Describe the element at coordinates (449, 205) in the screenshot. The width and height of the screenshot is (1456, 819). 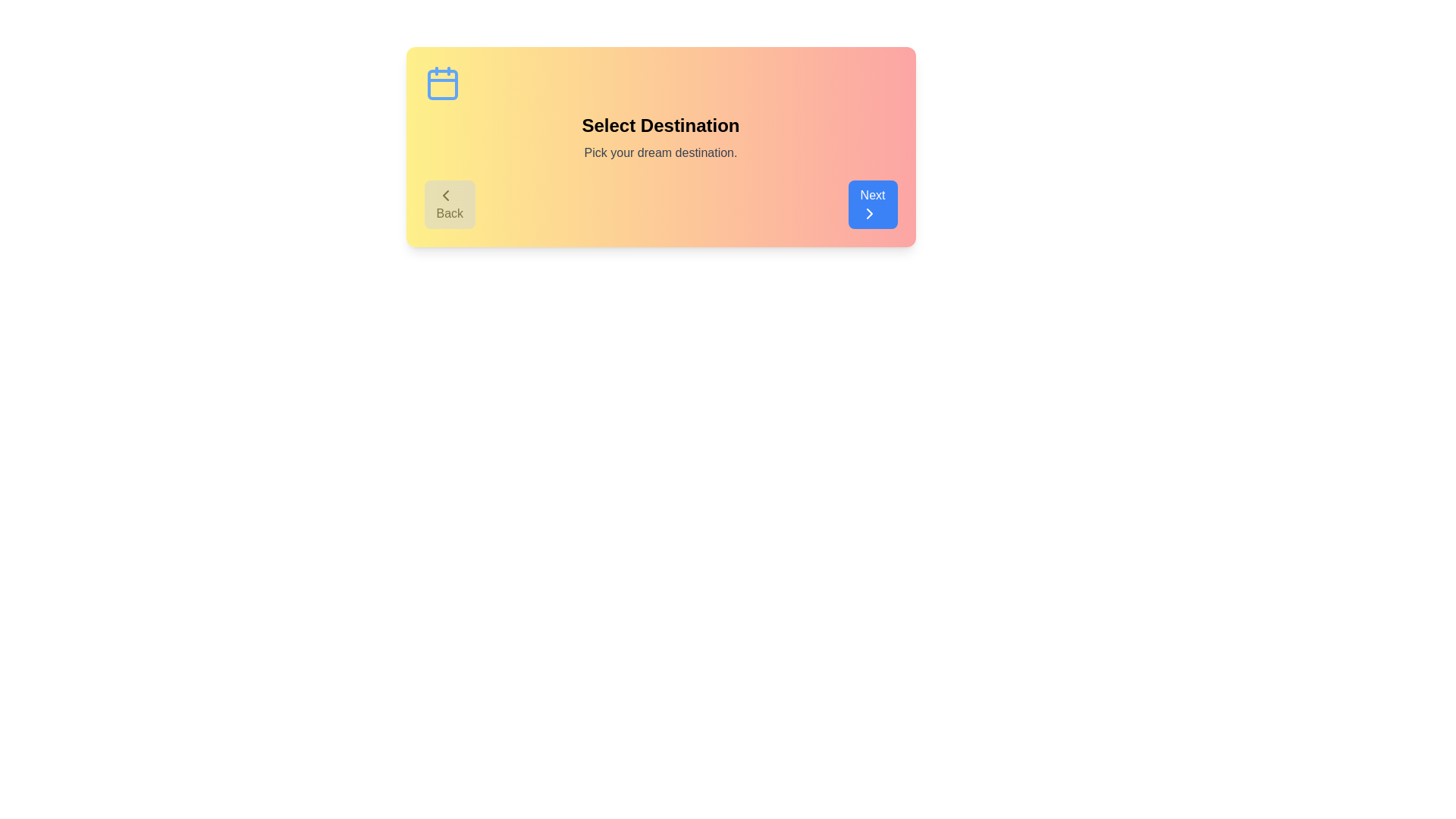
I see `'Back' button to navigate to the previous step` at that location.